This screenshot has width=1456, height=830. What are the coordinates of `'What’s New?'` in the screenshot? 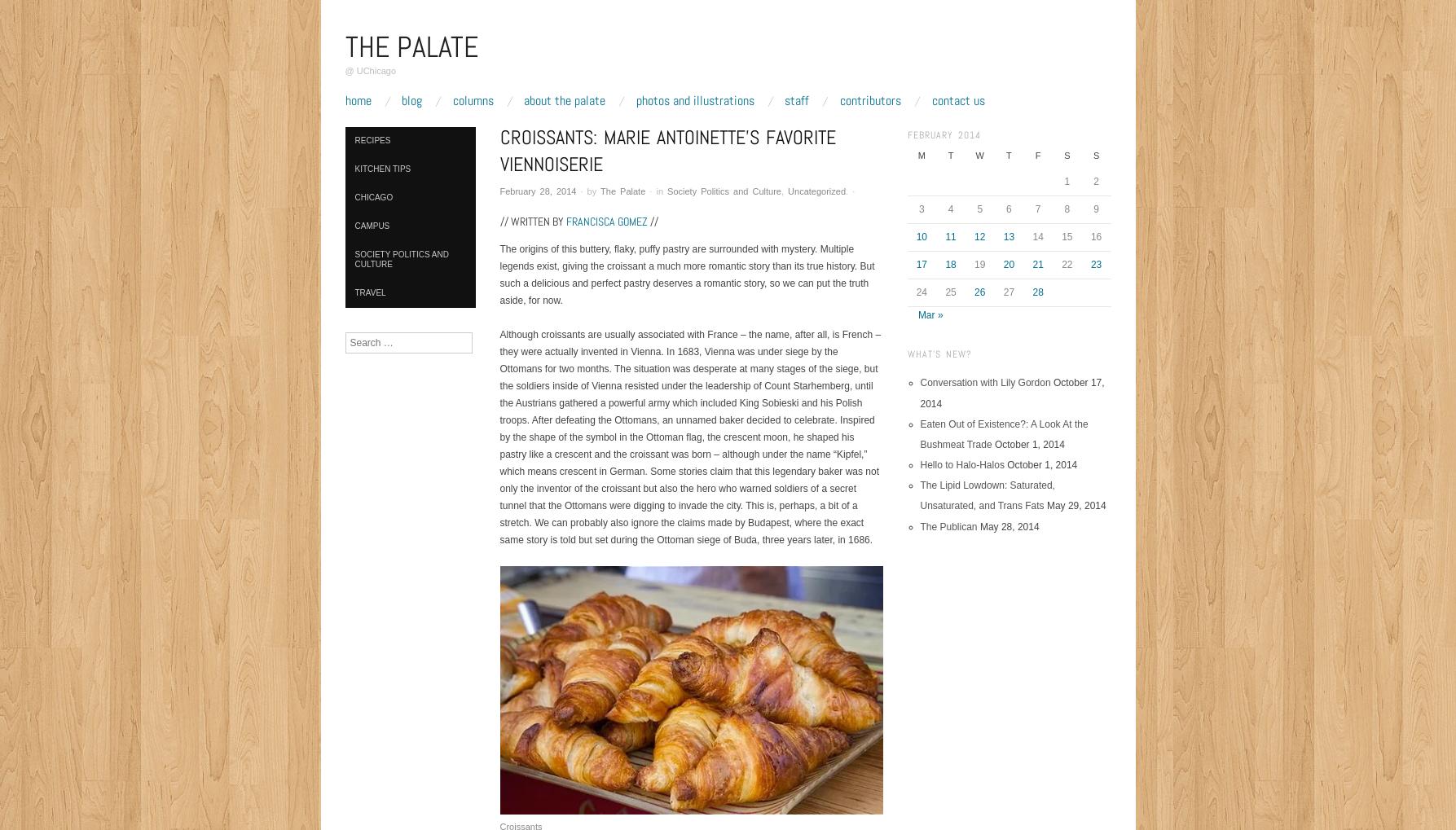 It's located at (906, 353).